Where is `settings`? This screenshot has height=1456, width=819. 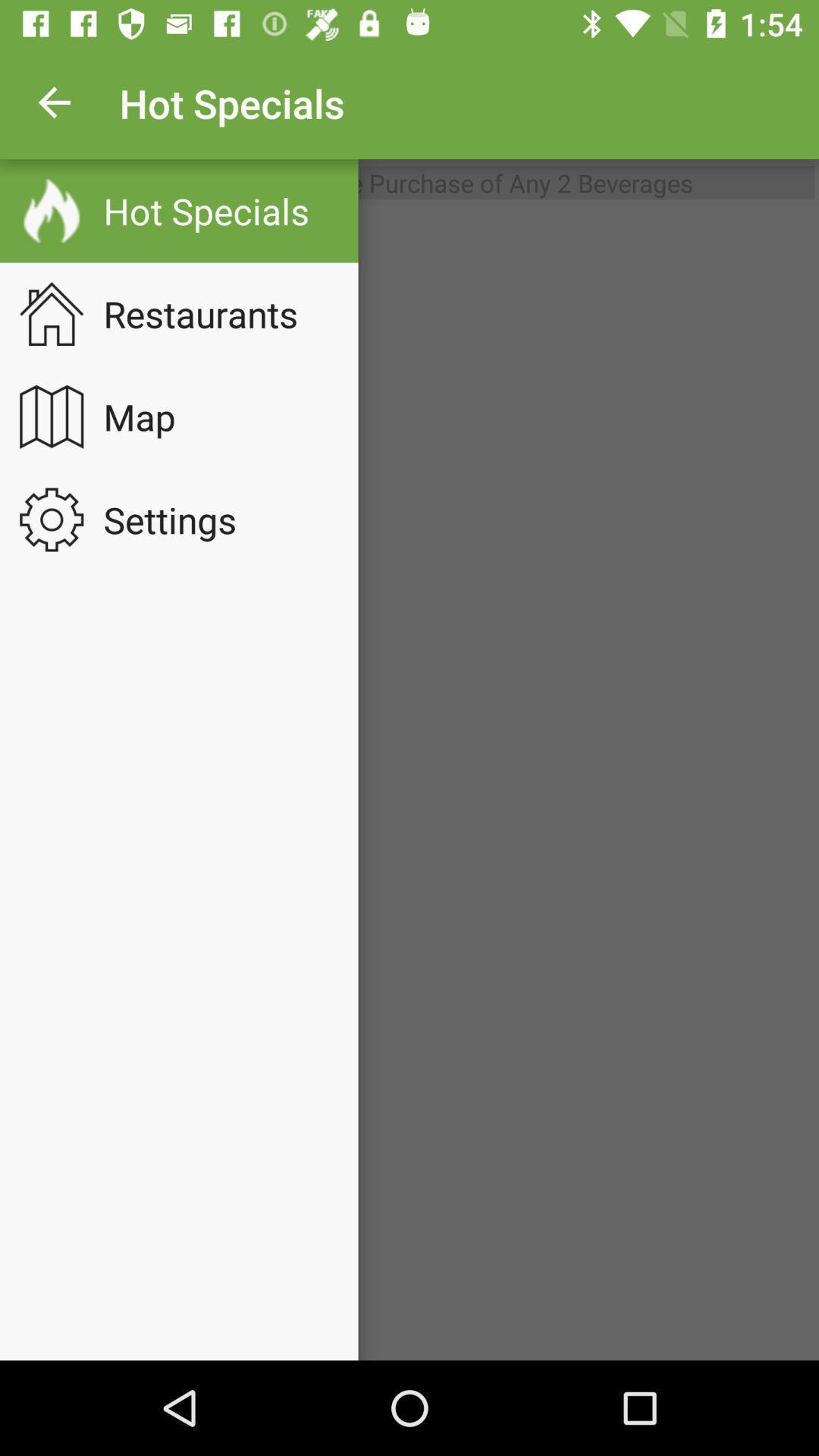
settings is located at coordinates (179, 519).